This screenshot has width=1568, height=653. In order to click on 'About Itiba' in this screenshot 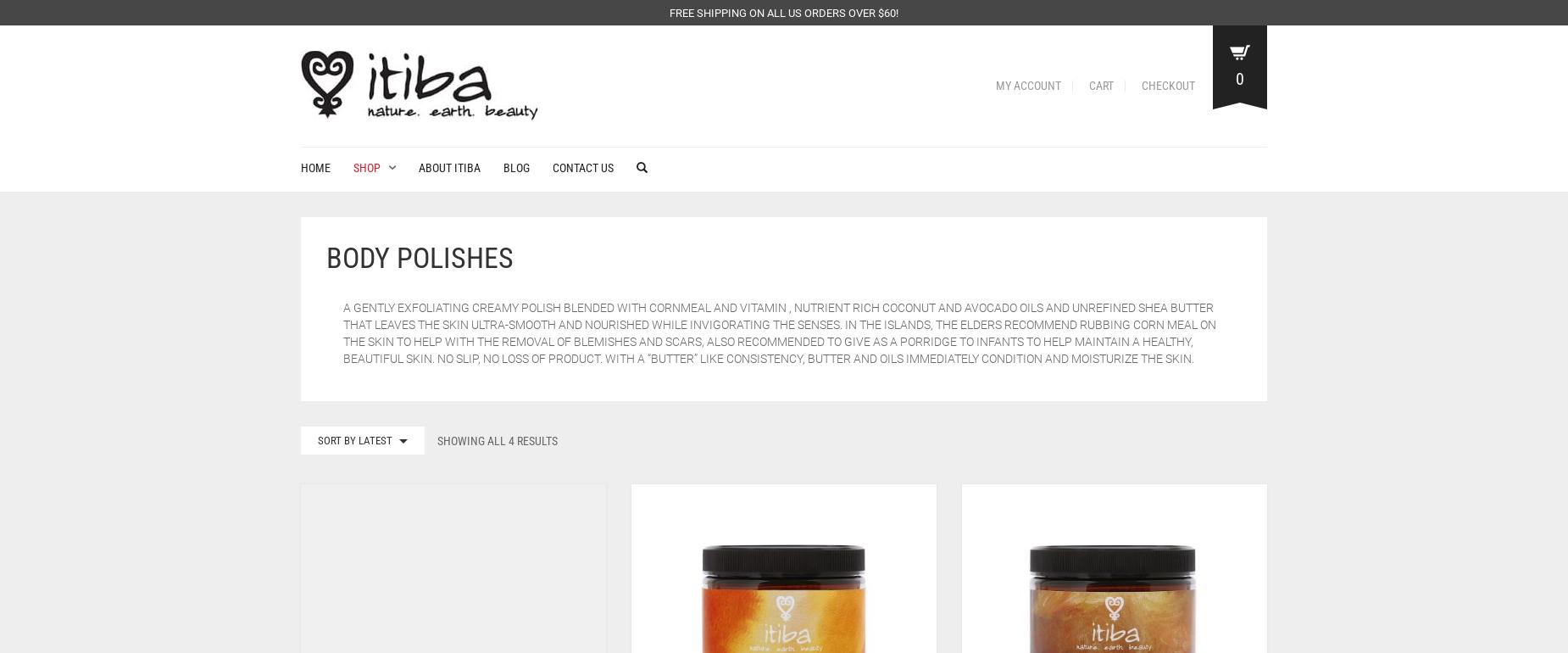, I will do `click(449, 166)`.